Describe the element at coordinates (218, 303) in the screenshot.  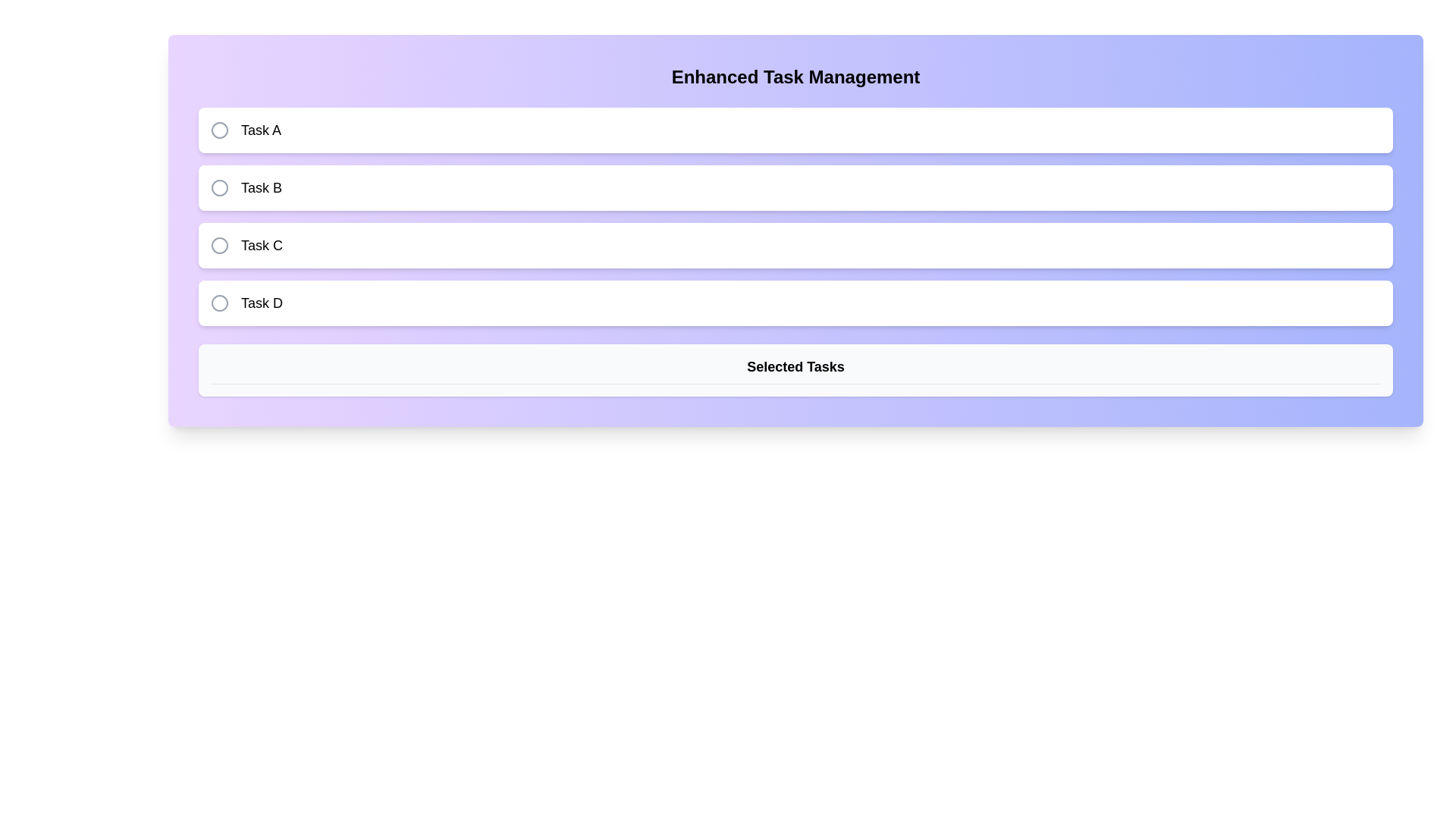
I see `the SVG circle element representing the radio button for 'Task D' in the form interface` at that location.